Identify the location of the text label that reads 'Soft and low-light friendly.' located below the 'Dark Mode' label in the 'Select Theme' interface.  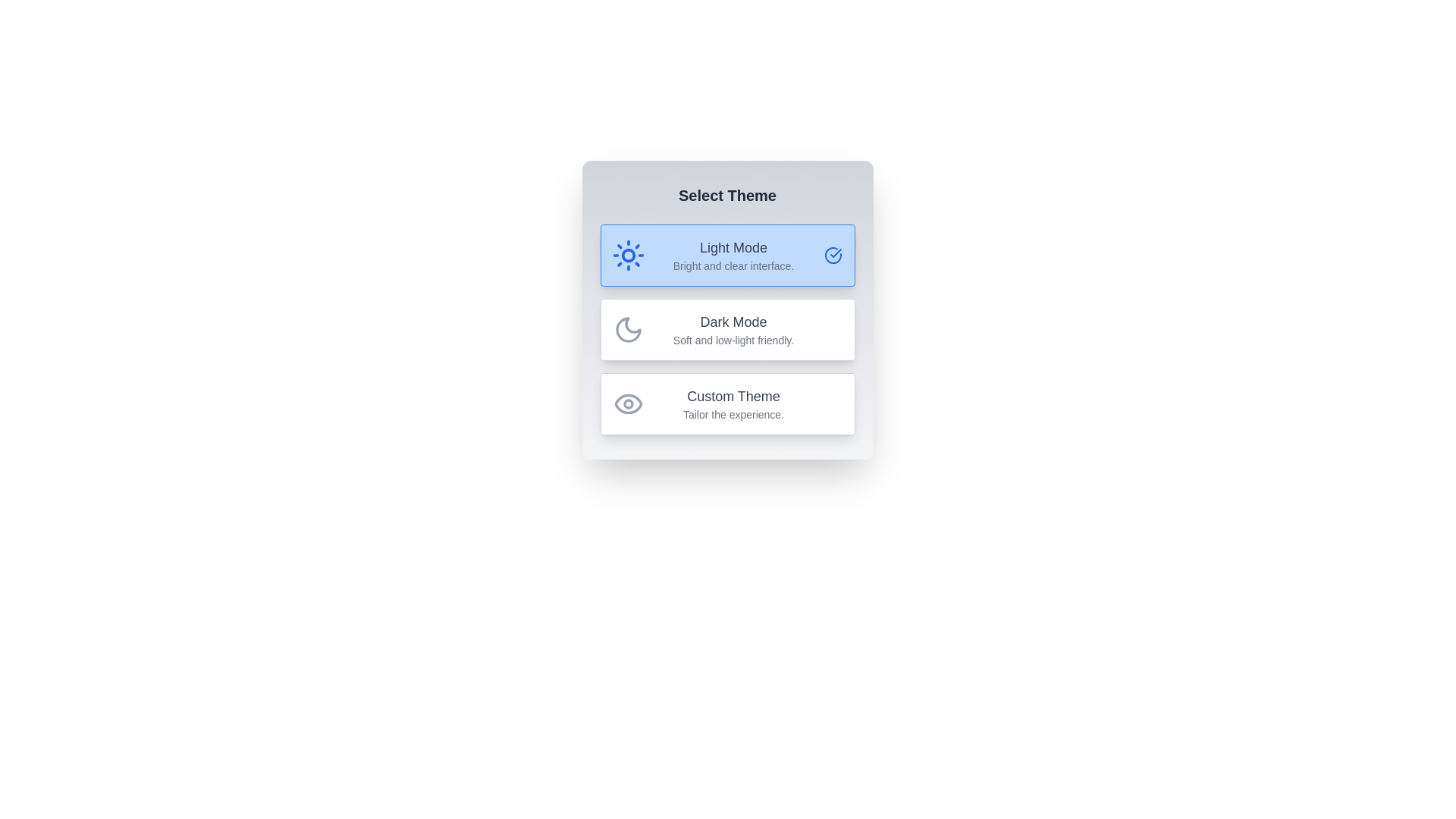
(733, 339).